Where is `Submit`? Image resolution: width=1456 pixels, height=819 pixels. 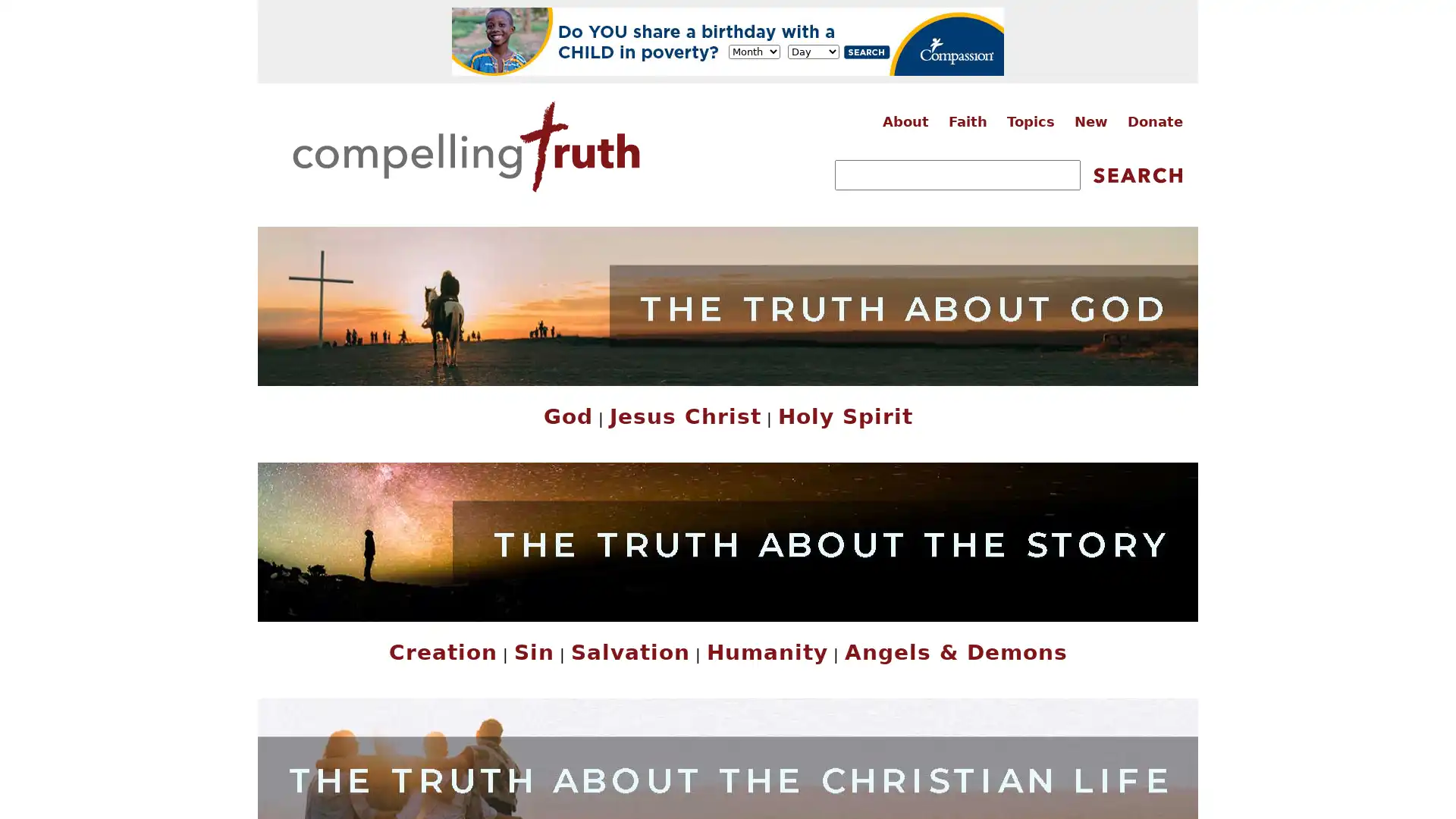 Submit is located at coordinates (1137, 174).